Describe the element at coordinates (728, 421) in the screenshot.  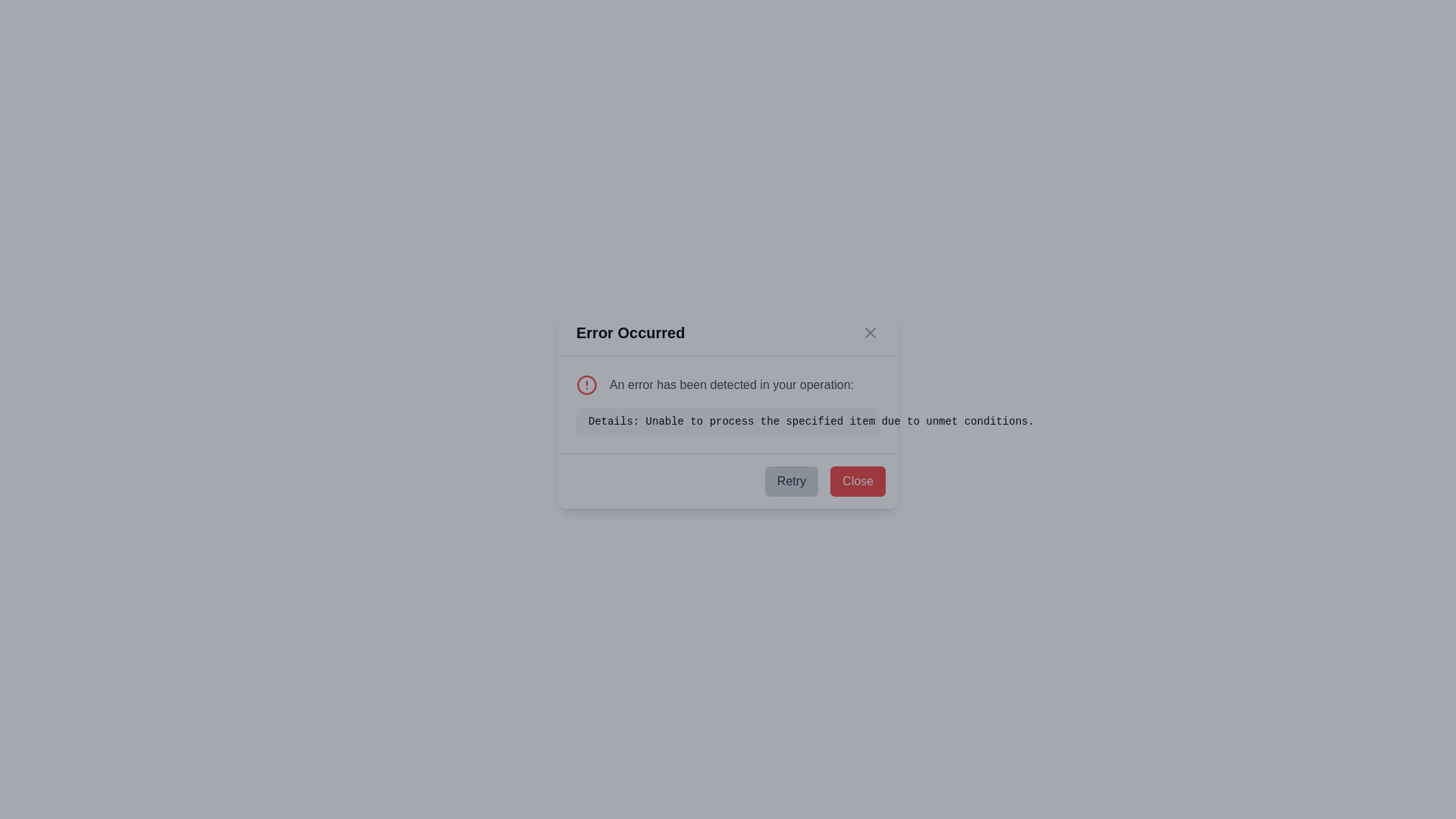
I see `the informational Text Label that provides clarification regarding the error message in the modal window` at that location.